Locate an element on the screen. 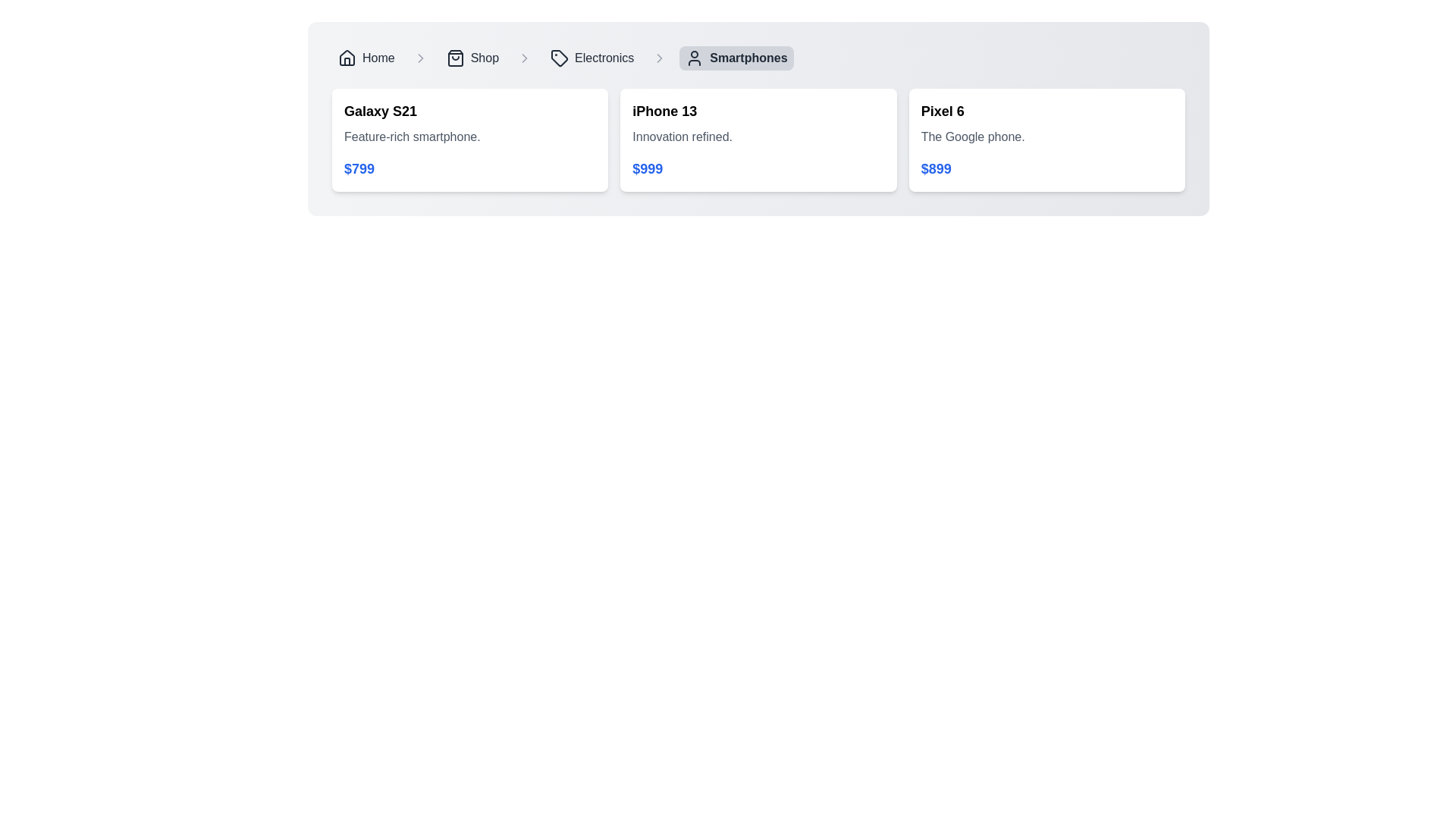 The height and width of the screenshot is (819, 1456). the tag-shaped icon representing the 'Electronics' category in the breadcrumb navigation bar, positioned between 'Shop' and 'Smartphones' is located at coordinates (559, 58).